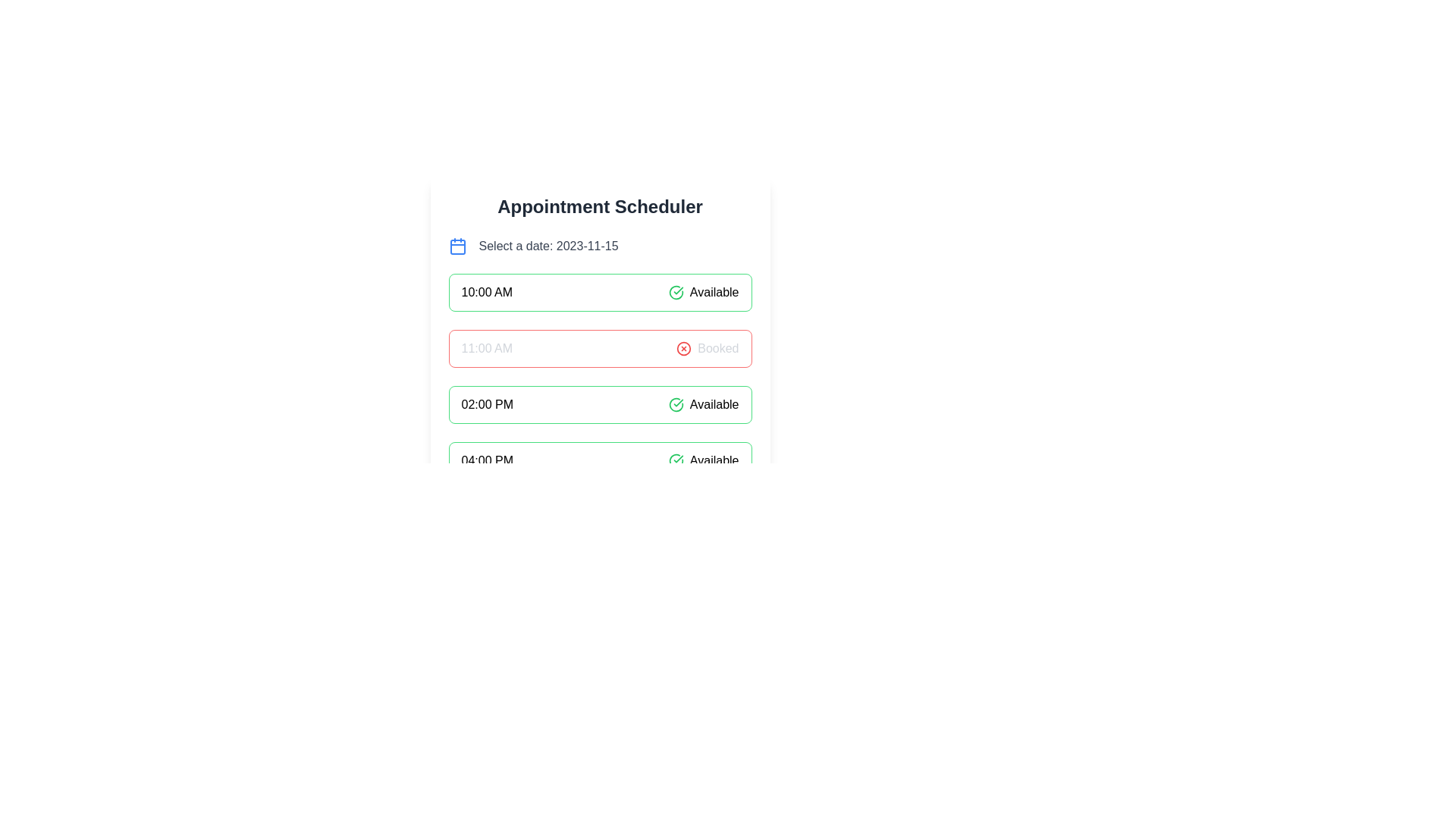 This screenshot has width=1456, height=819. I want to click on the 'Booked' status icon located to the left of the 'Booked' text in the 11:00 AM time slot, which is the second entry in a vertical sequence, so click(683, 348).